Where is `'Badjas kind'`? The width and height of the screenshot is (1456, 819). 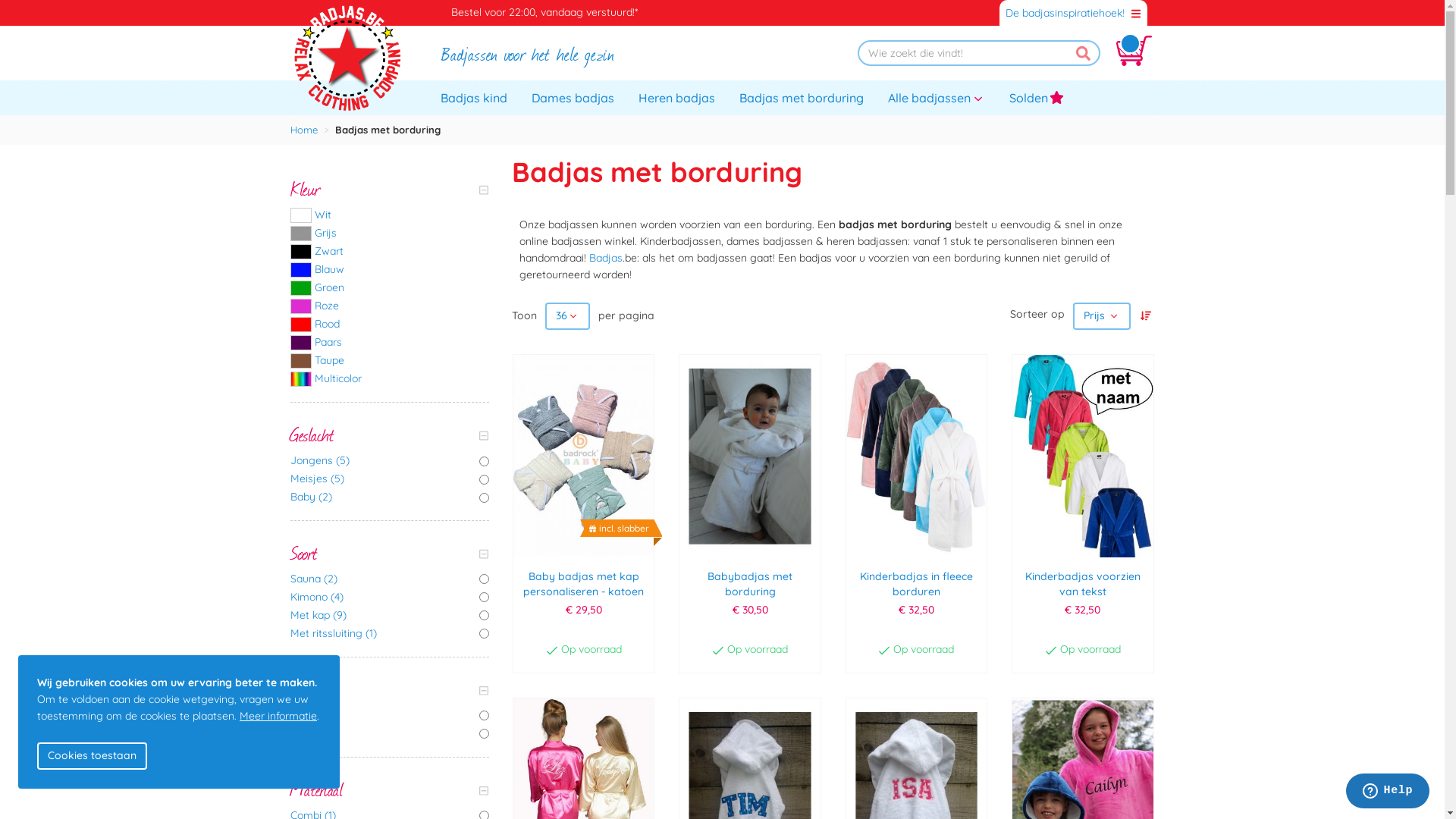
'Badjas kind' is located at coordinates (472, 97).